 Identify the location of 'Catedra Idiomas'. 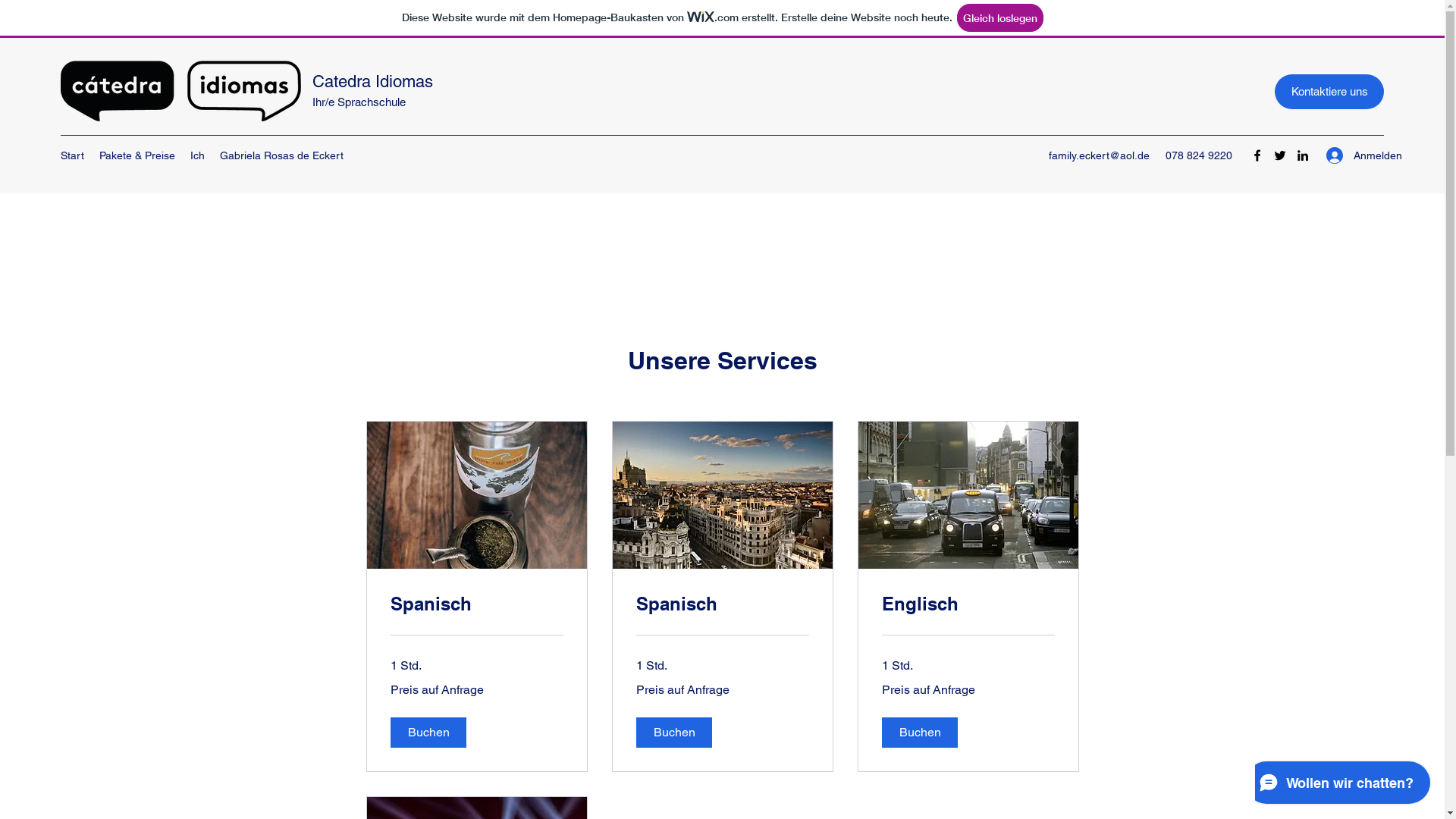
(312, 81).